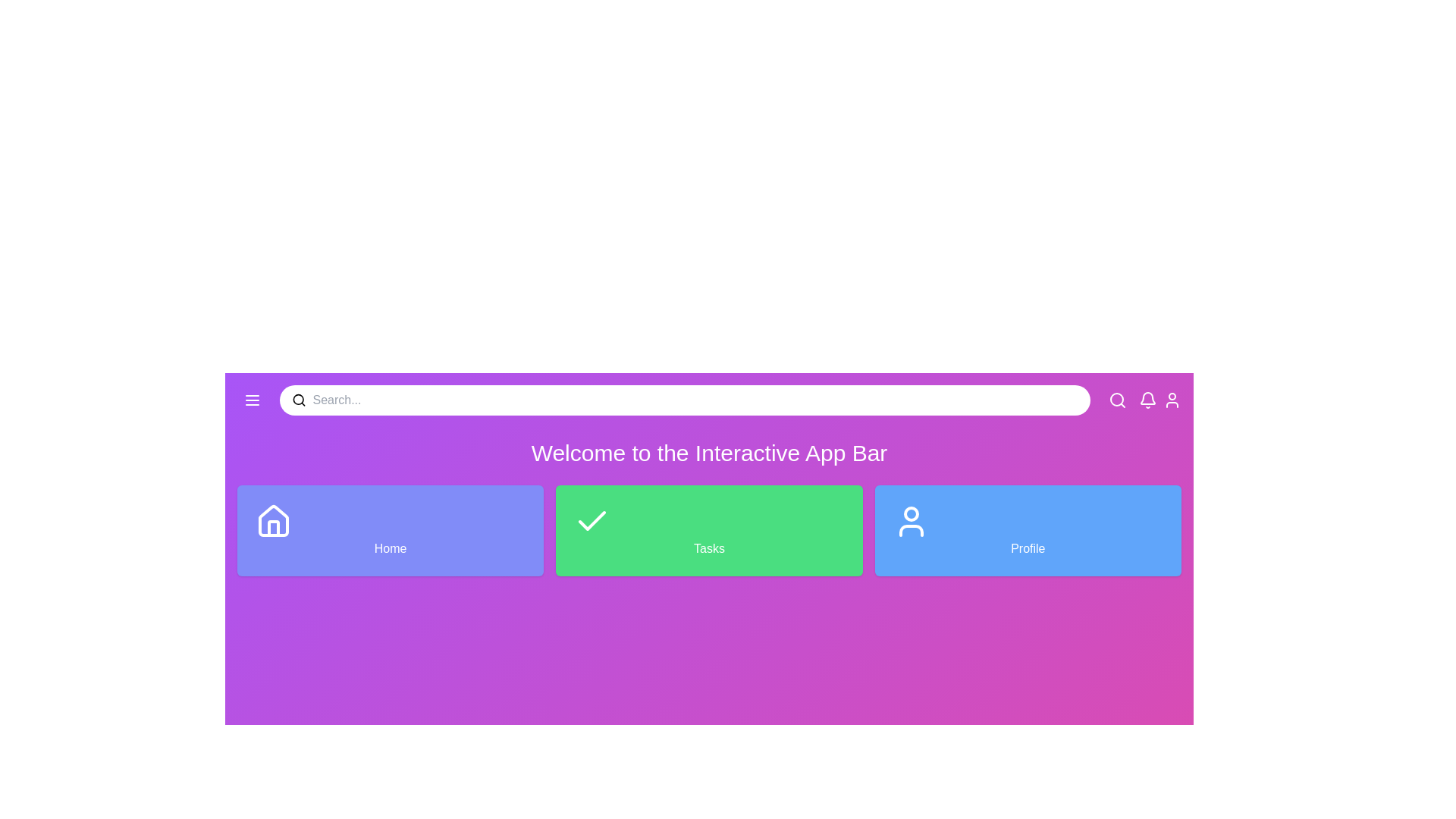 The height and width of the screenshot is (819, 1456). What do you see at coordinates (1171, 400) in the screenshot?
I see `the navigation button profile` at bounding box center [1171, 400].